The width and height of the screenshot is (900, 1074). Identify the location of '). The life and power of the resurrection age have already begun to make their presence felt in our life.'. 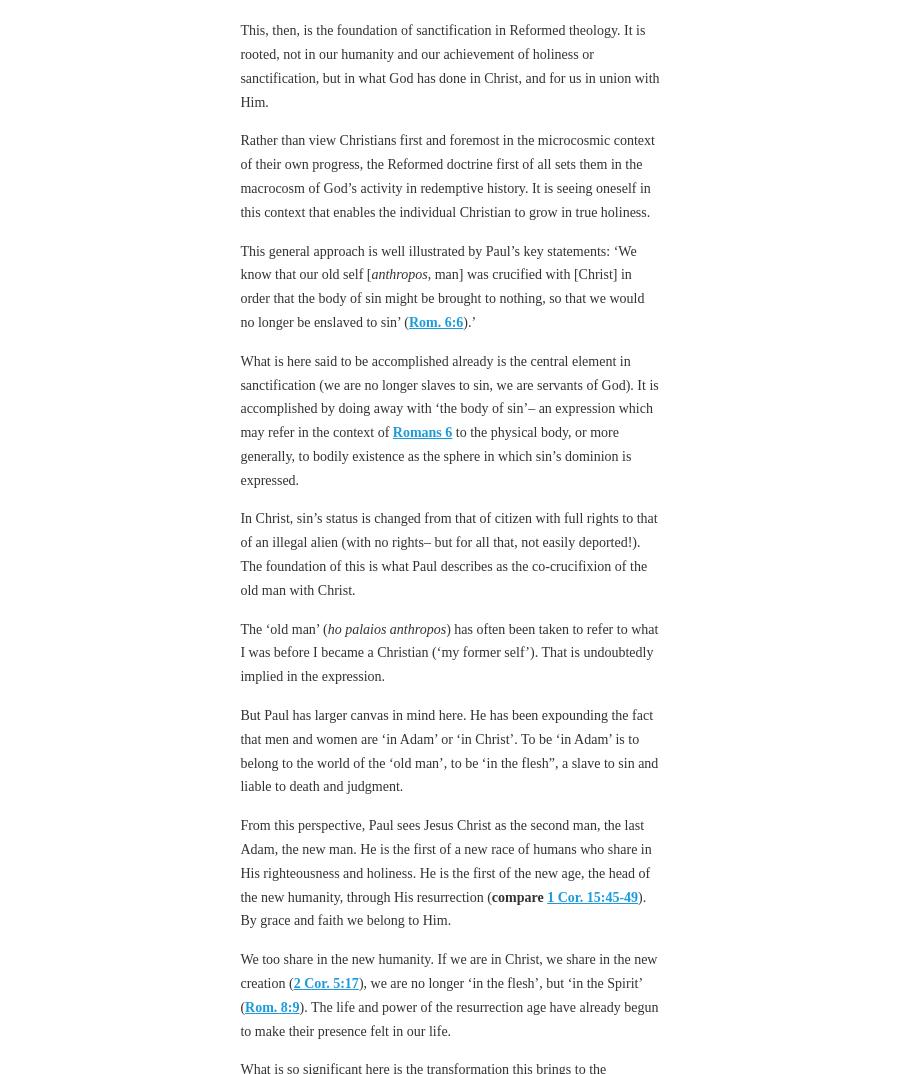
(449, 1017).